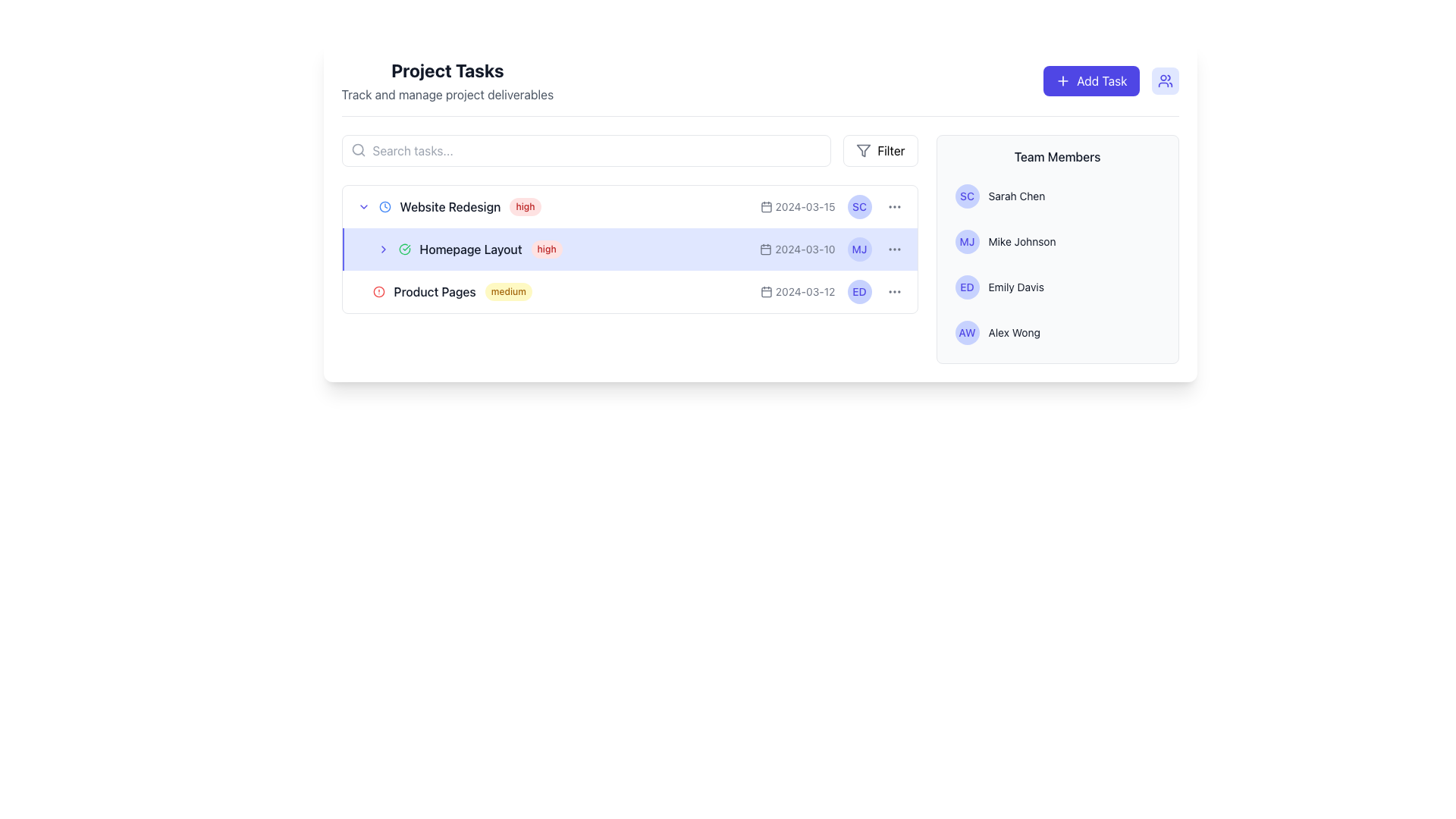 This screenshot has height=819, width=1456. I want to click on the small calendar icon styled with the 'lucide' library, located inline with the task date '2024-03-15' in the 'Website Redesign' task row, so click(766, 207).